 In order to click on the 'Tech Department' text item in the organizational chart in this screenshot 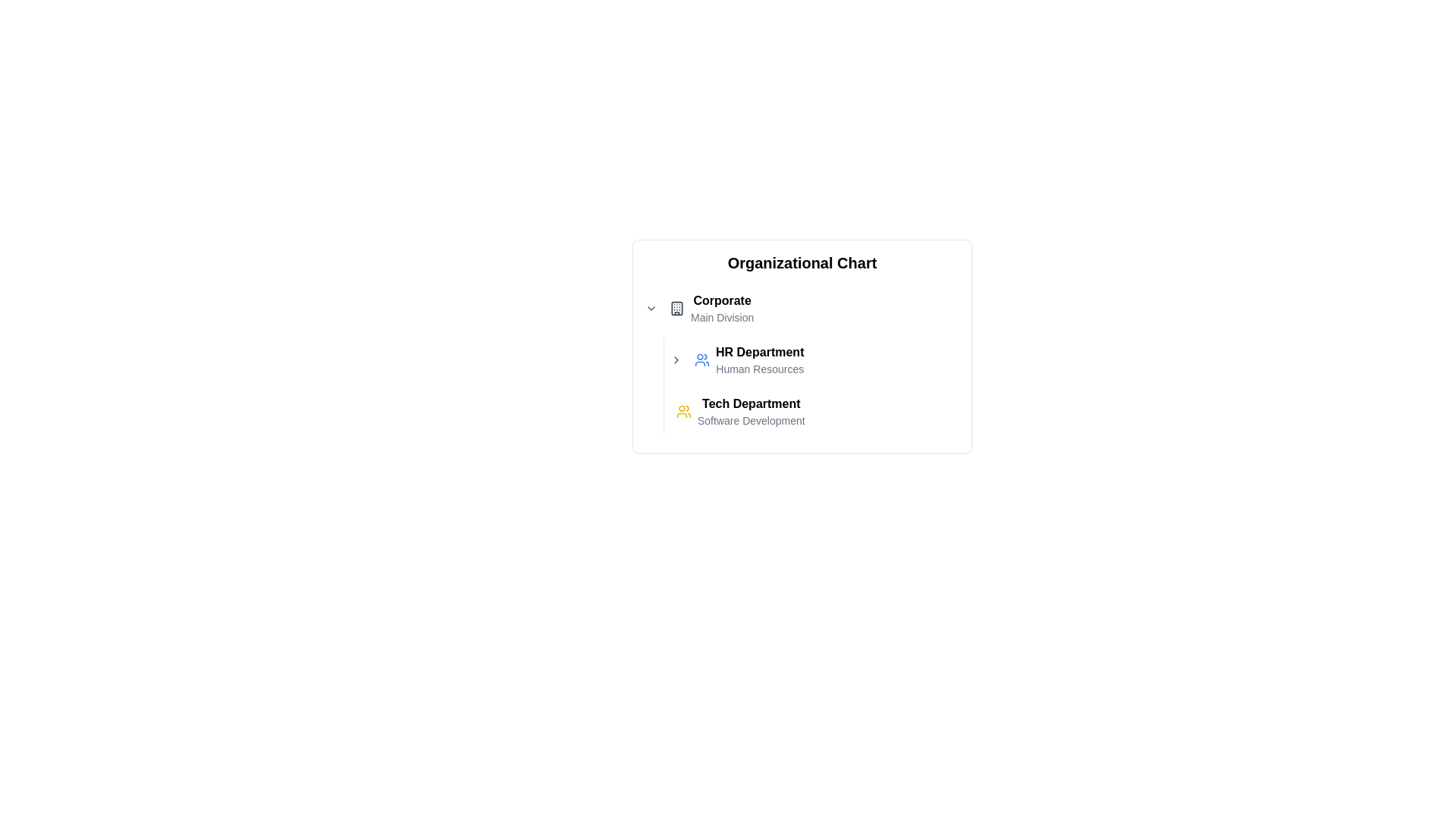, I will do `click(740, 412)`.